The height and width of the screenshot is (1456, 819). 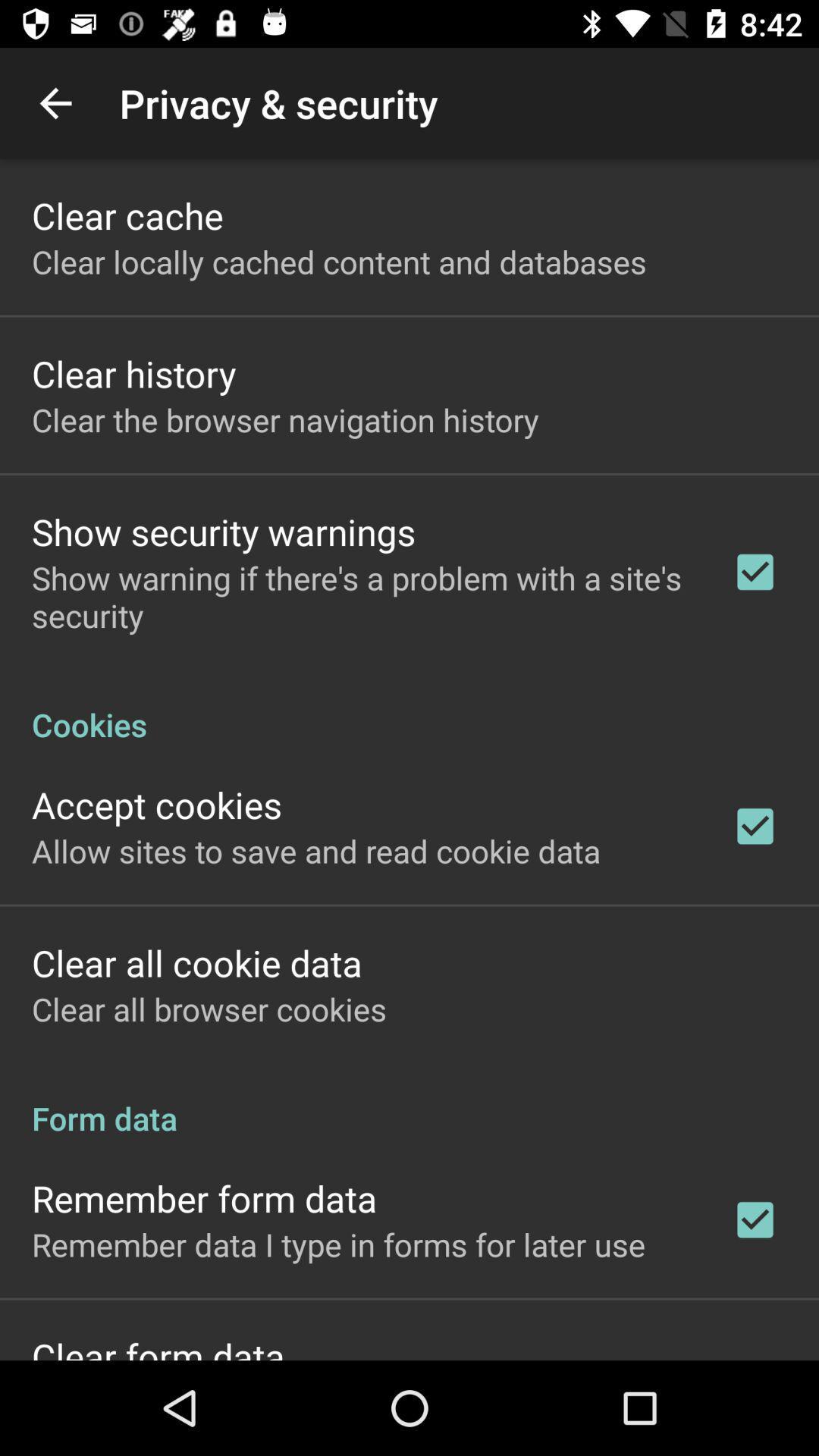 What do you see at coordinates (315, 851) in the screenshot?
I see `the allow sites to item` at bounding box center [315, 851].